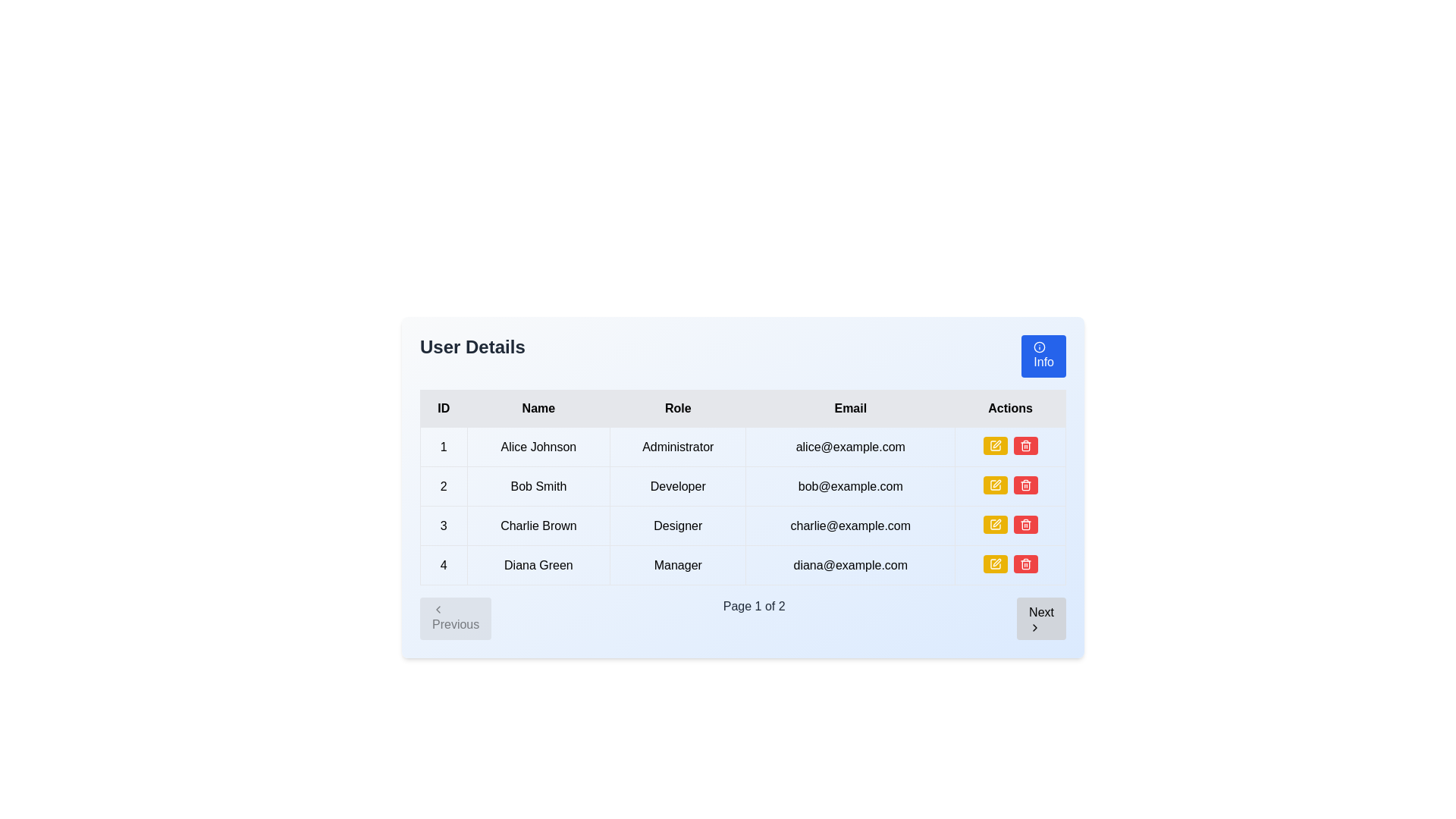 This screenshot has width=1456, height=819. What do you see at coordinates (995, 523) in the screenshot?
I see `the compact yellow square button with a pen symbol inside, located in the 'Actions' column of the table under the 'User Details' heading for 'Charlie Brown'` at bounding box center [995, 523].